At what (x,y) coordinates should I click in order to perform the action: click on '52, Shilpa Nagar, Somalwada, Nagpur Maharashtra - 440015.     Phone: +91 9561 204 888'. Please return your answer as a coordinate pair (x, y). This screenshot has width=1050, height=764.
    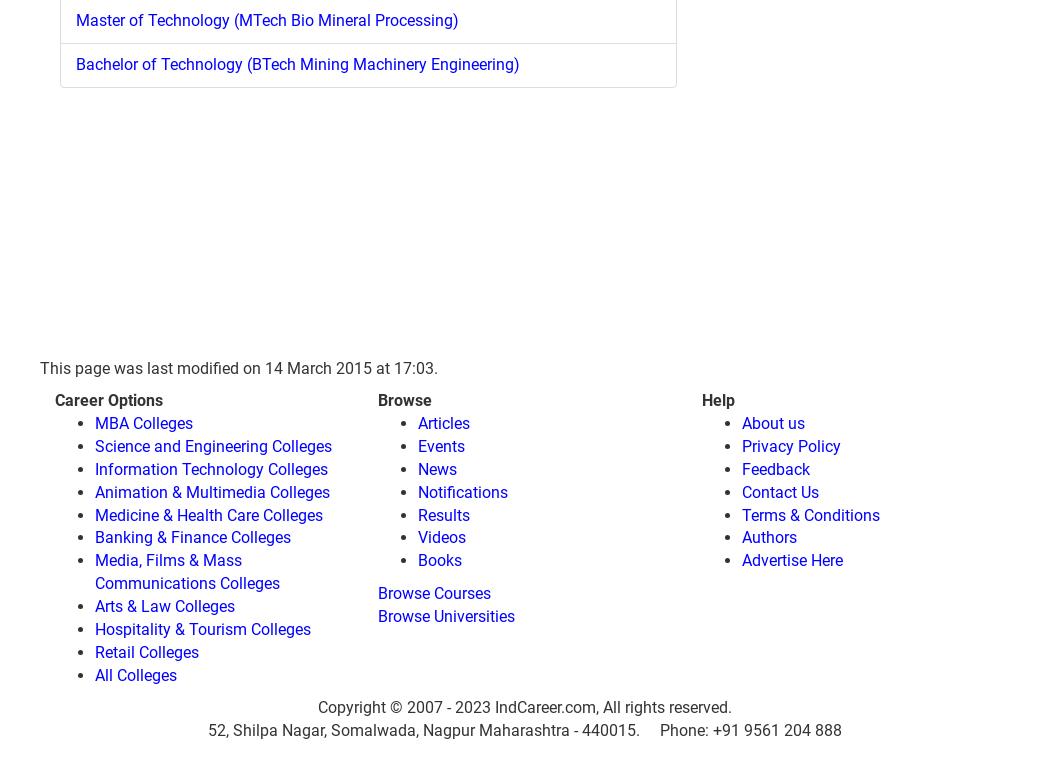
    Looking at the image, I should click on (207, 730).